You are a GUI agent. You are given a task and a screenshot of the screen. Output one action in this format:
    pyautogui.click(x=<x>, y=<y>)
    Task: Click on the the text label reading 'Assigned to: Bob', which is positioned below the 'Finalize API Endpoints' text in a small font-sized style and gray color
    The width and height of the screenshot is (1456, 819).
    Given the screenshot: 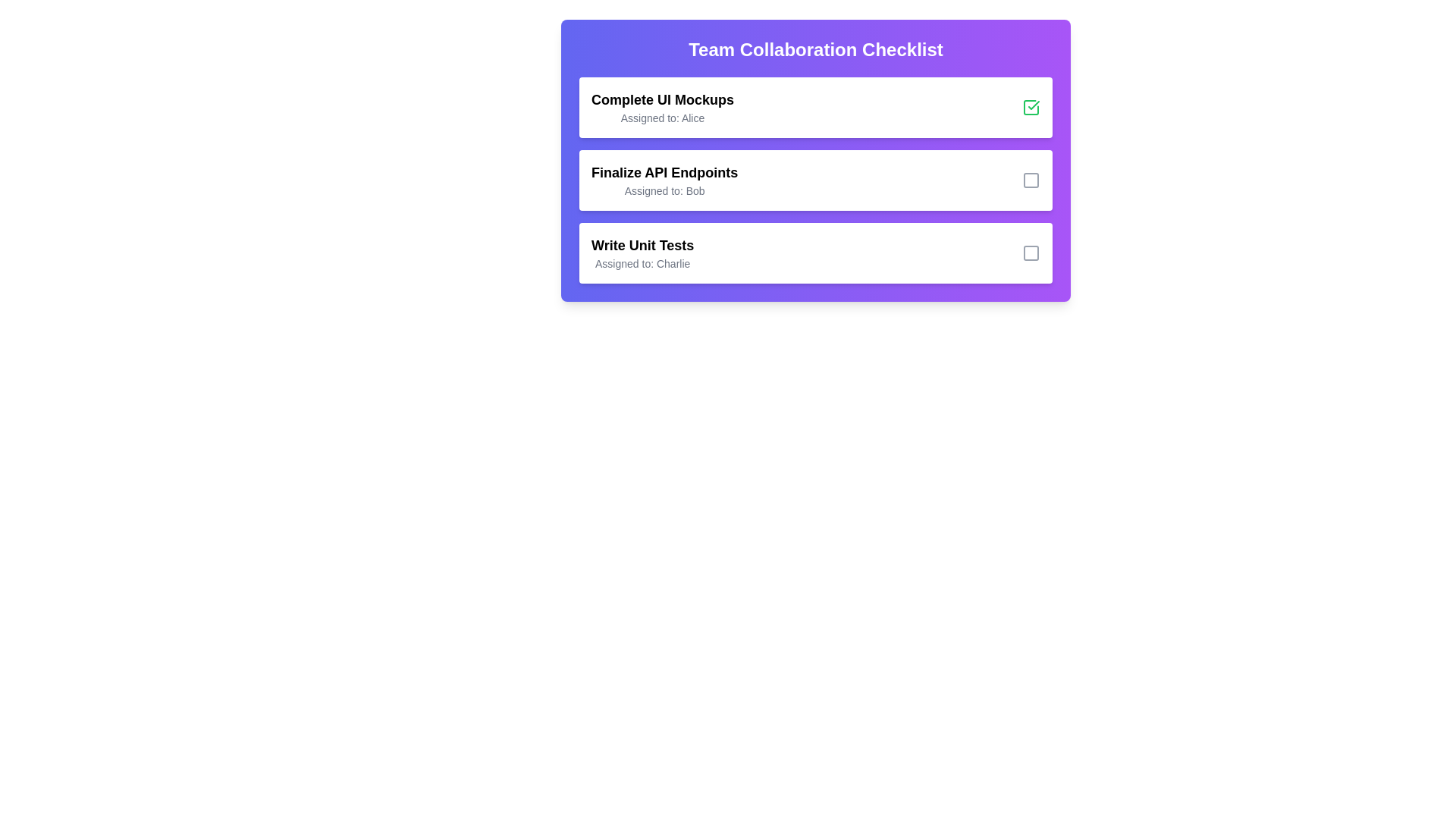 What is the action you would take?
    pyautogui.click(x=664, y=190)
    